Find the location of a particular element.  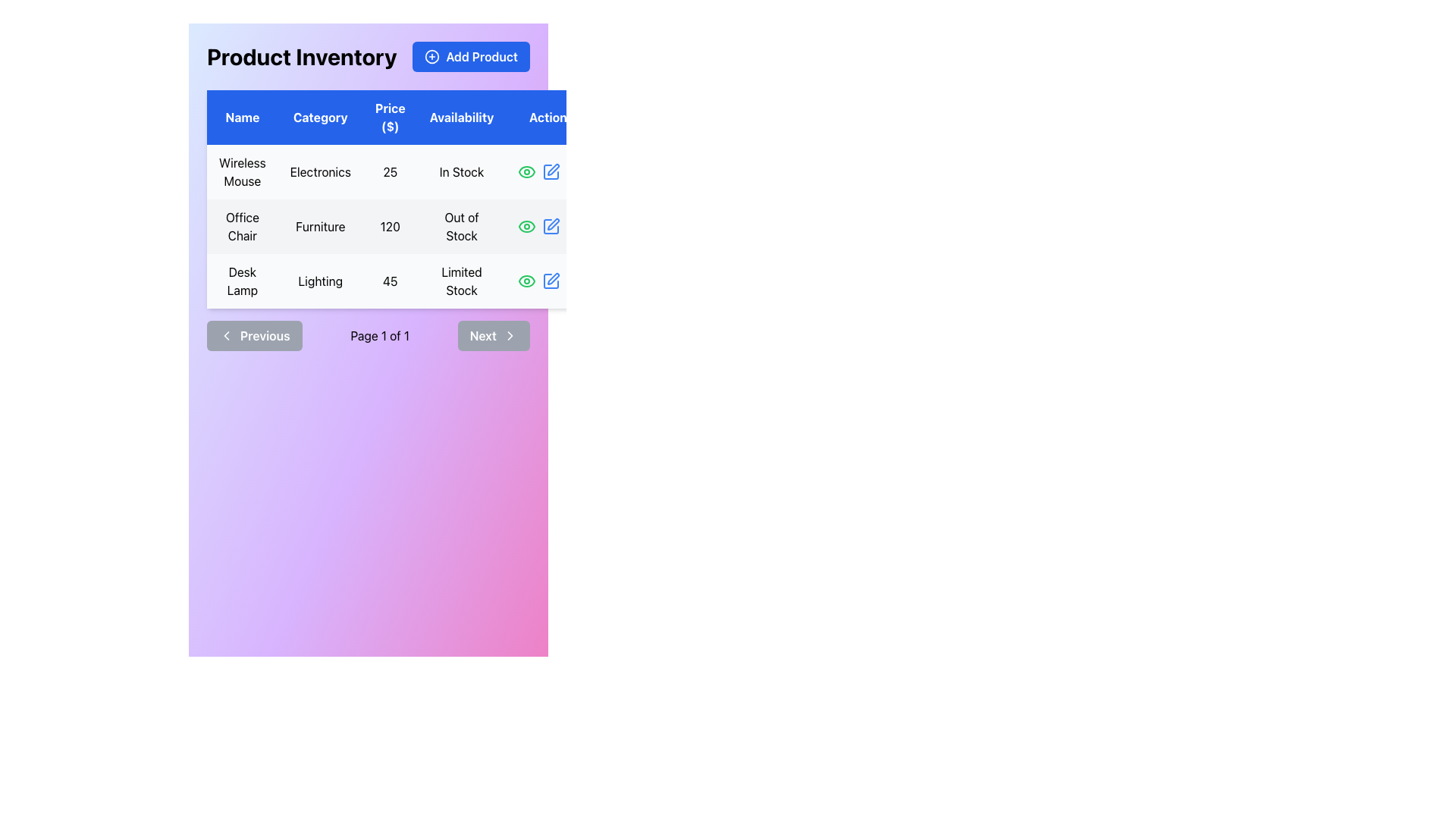

the table row representing the office chair in the product catalog, which contains details such as product name, category, price, availability, and action icons is located at coordinates (402, 227).